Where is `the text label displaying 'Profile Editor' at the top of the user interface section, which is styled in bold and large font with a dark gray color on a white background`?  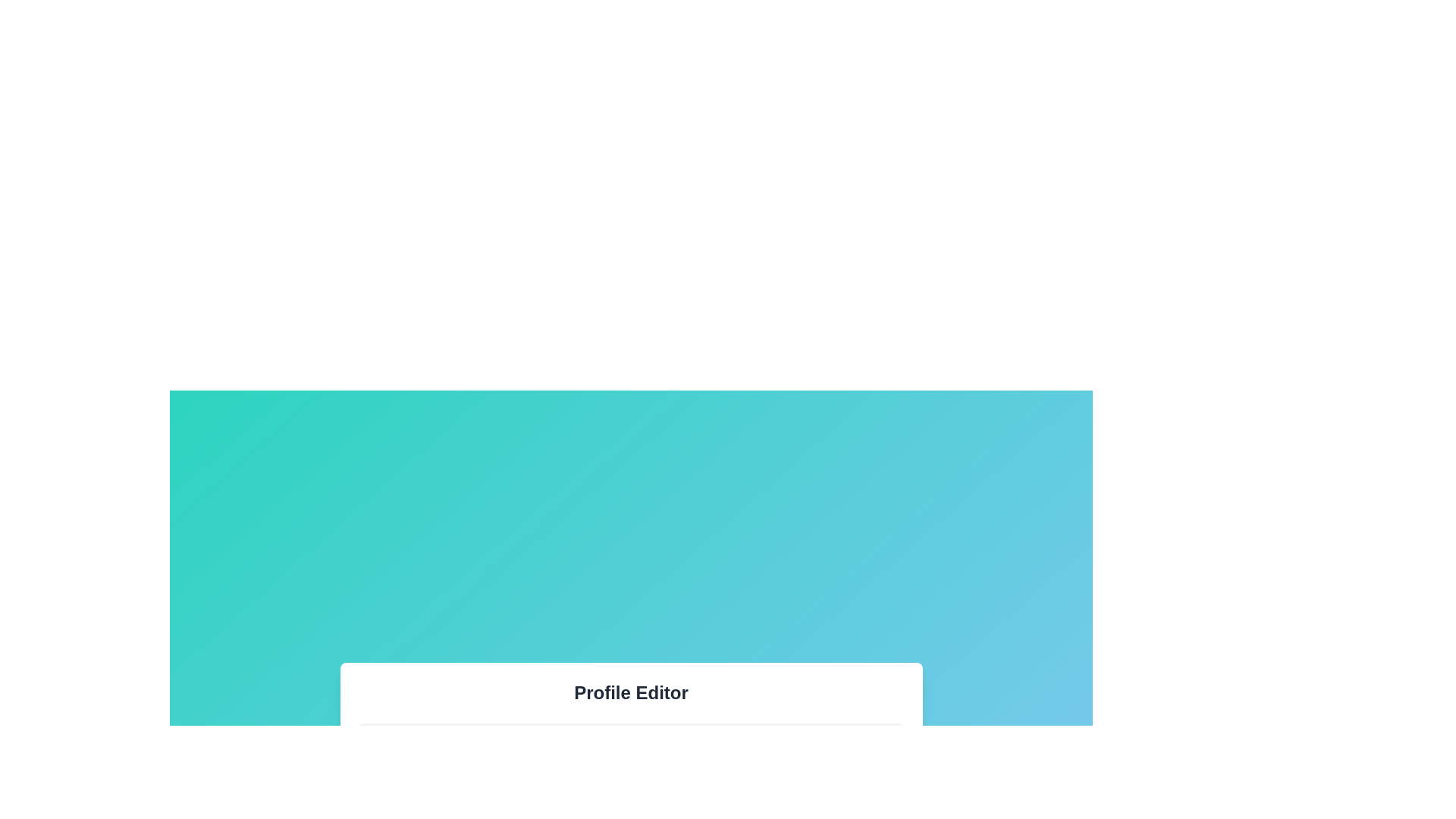
the text label displaying 'Profile Editor' at the top of the user interface section, which is styled in bold and large font with a dark gray color on a white background is located at coordinates (631, 693).